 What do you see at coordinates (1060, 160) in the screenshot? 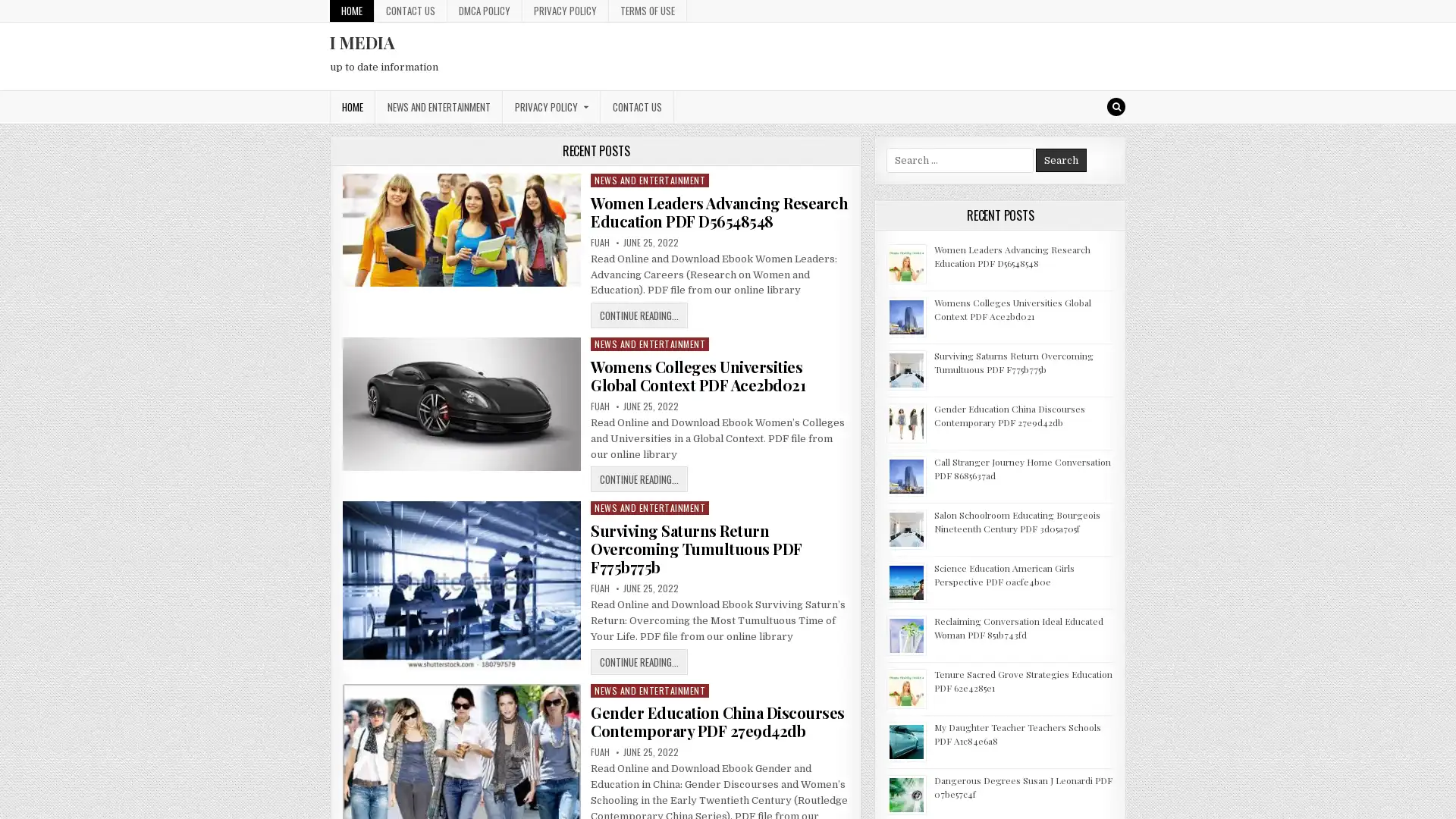
I see `Search` at bounding box center [1060, 160].